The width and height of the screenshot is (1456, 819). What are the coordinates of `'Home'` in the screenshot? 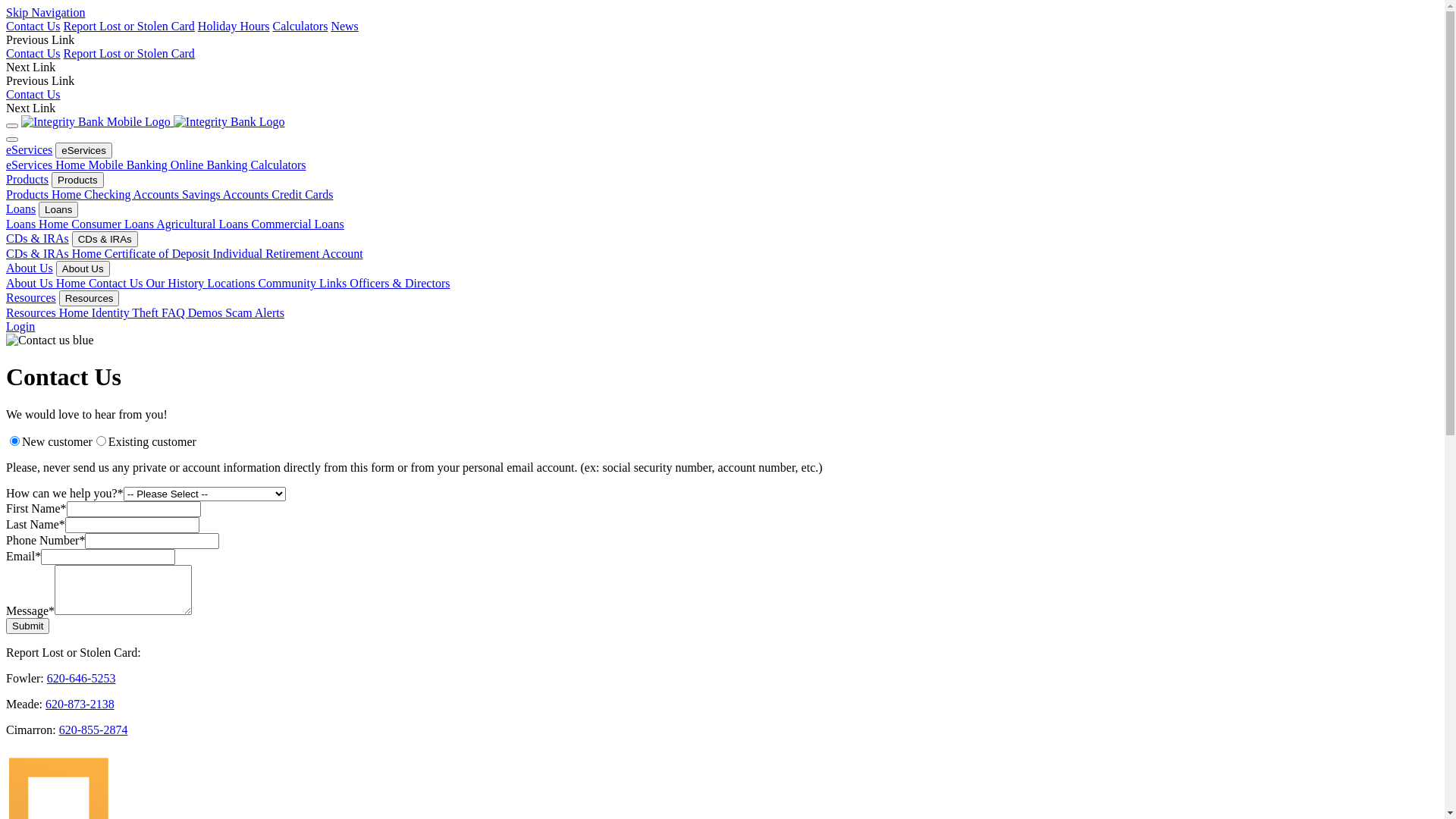 It's located at (174, 121).